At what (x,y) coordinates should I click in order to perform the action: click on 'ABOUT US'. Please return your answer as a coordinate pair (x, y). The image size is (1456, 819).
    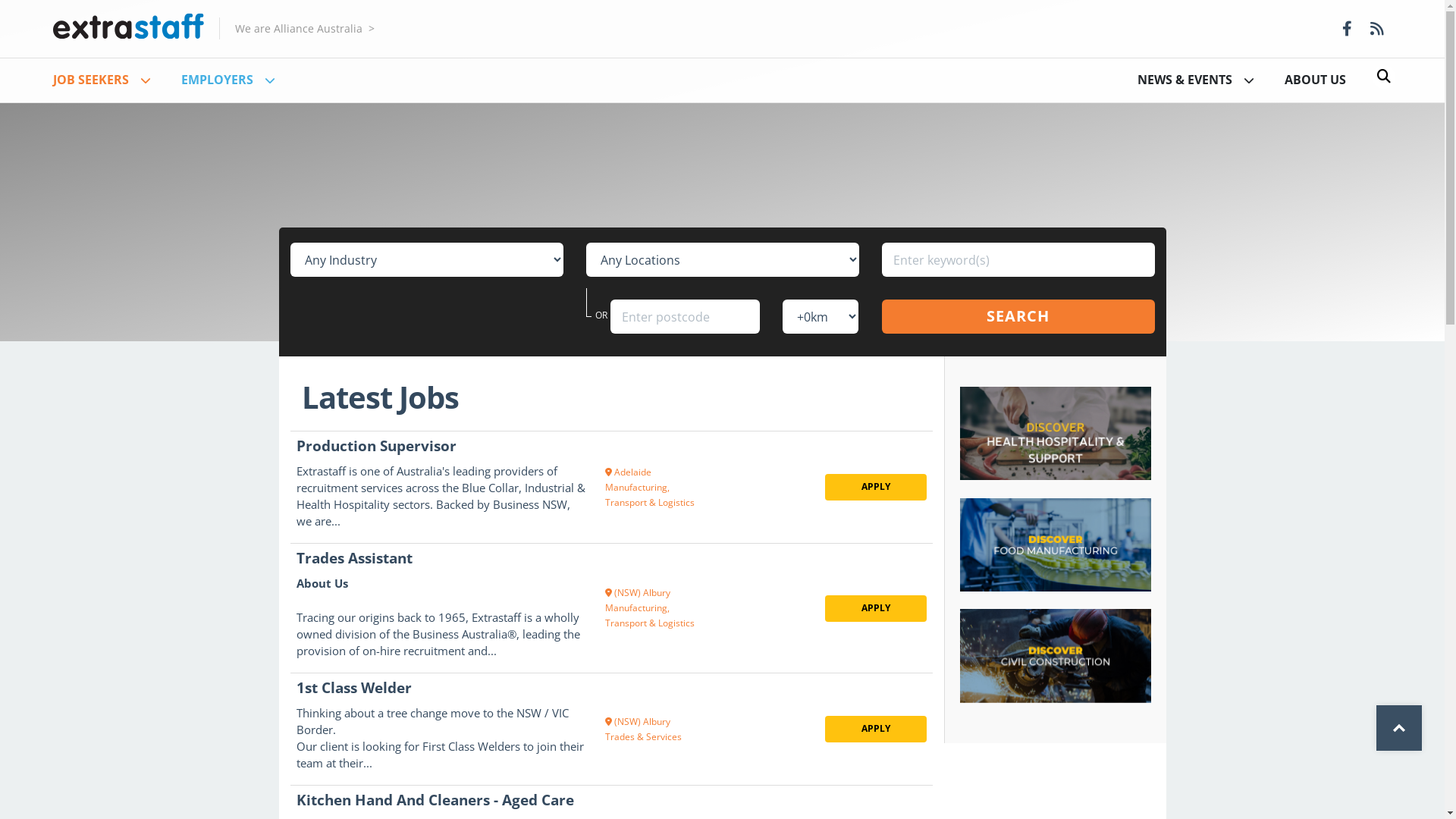
    Looking at the image, I should click on (1314, 80).